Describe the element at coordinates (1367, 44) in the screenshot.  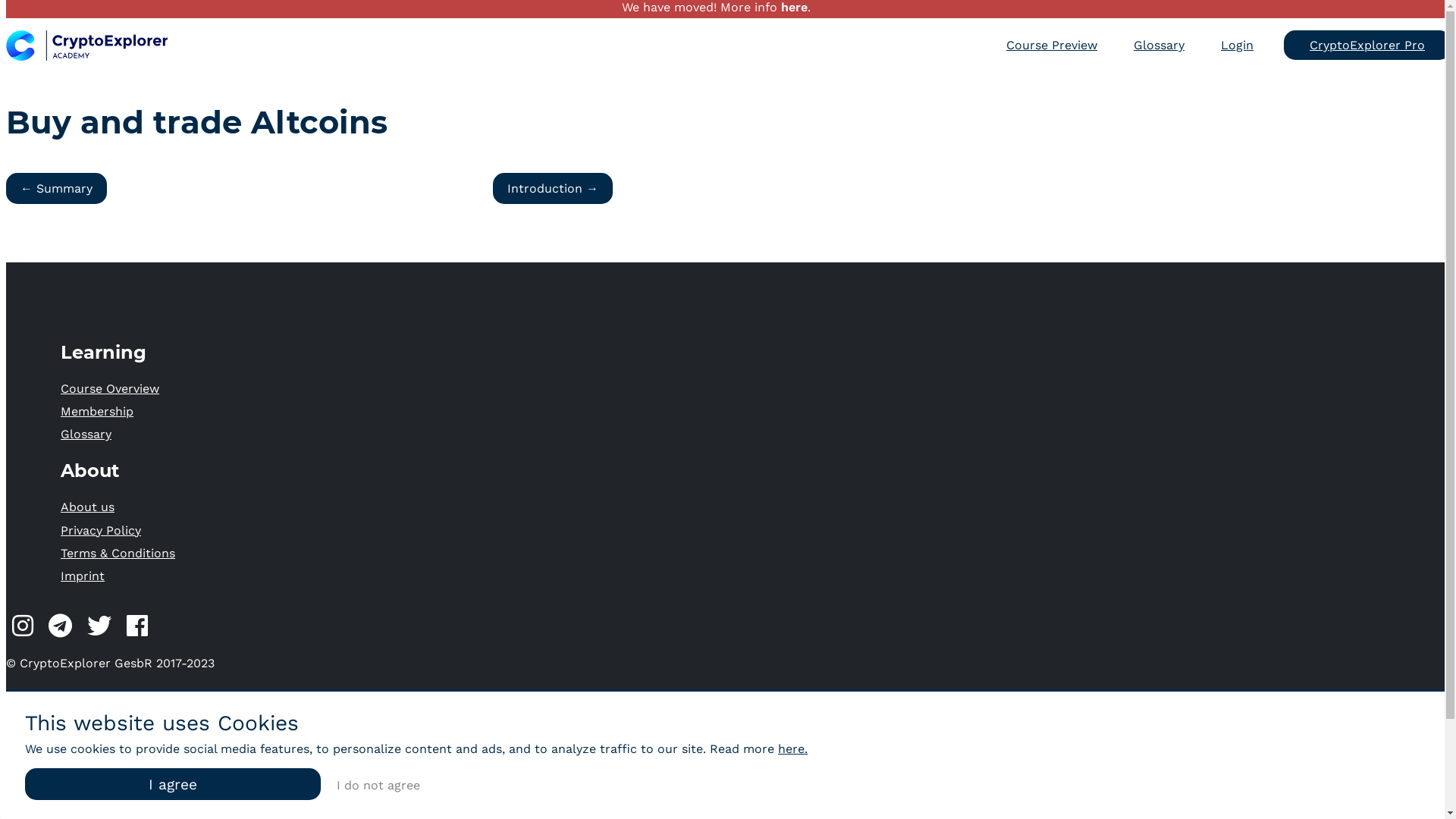
I see `'CryptoExplorer Pro'` at that location.